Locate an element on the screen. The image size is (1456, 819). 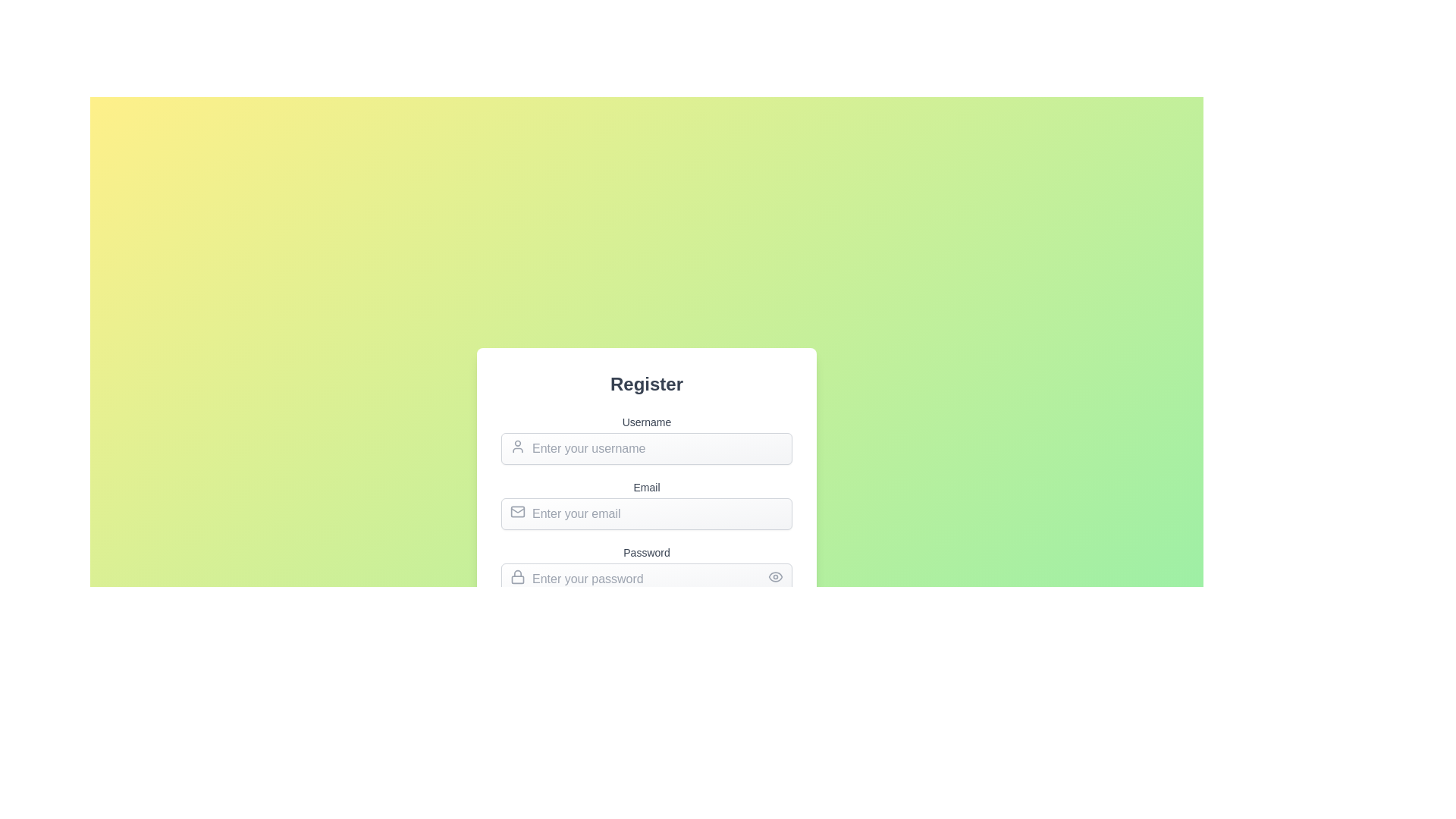
the visibility toggle button located at the right side of the password input field is located at coordinates (775, 576).